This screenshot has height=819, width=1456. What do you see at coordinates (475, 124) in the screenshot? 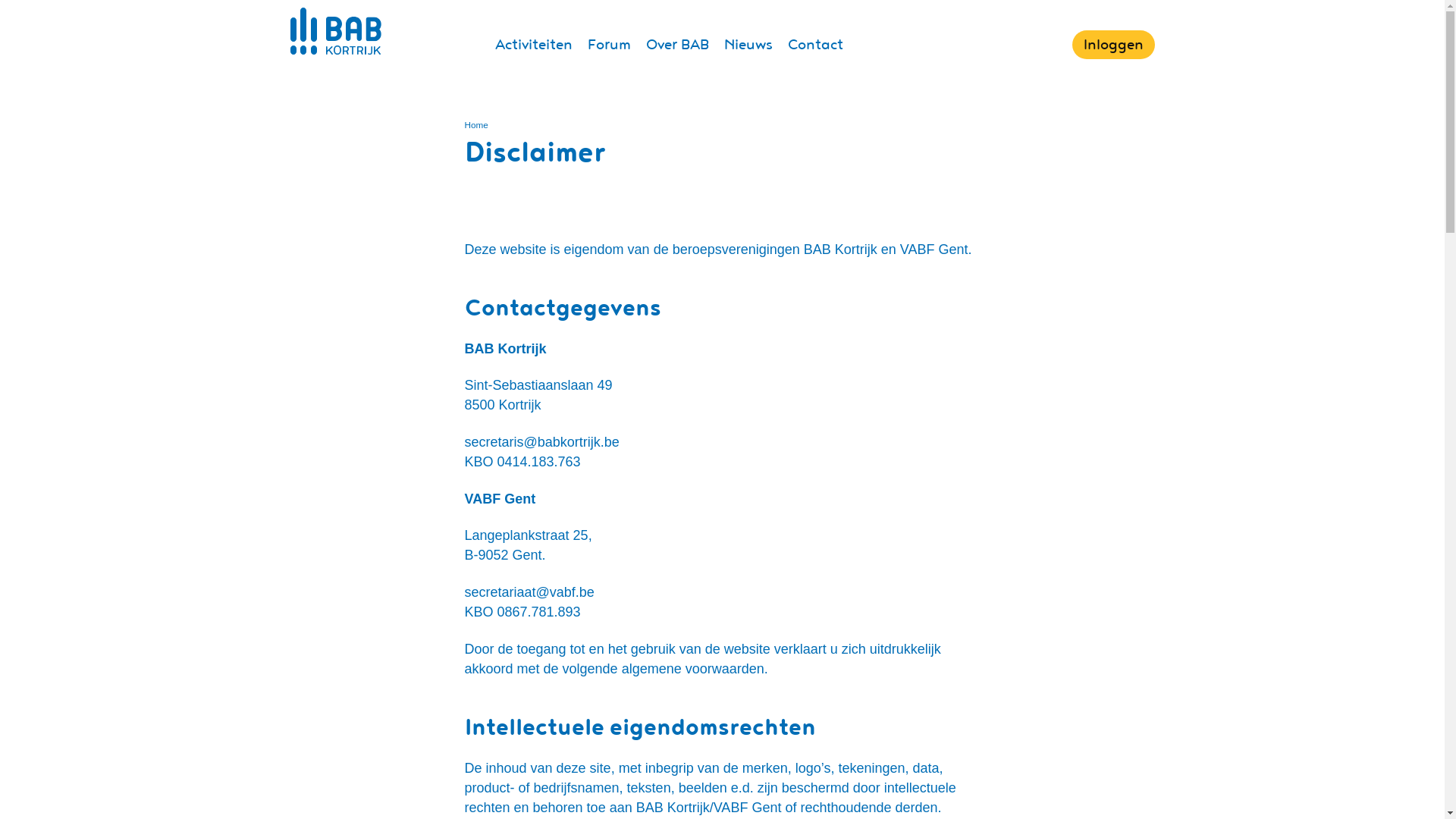
I see `'Home'` at bounding box center [475, 124].